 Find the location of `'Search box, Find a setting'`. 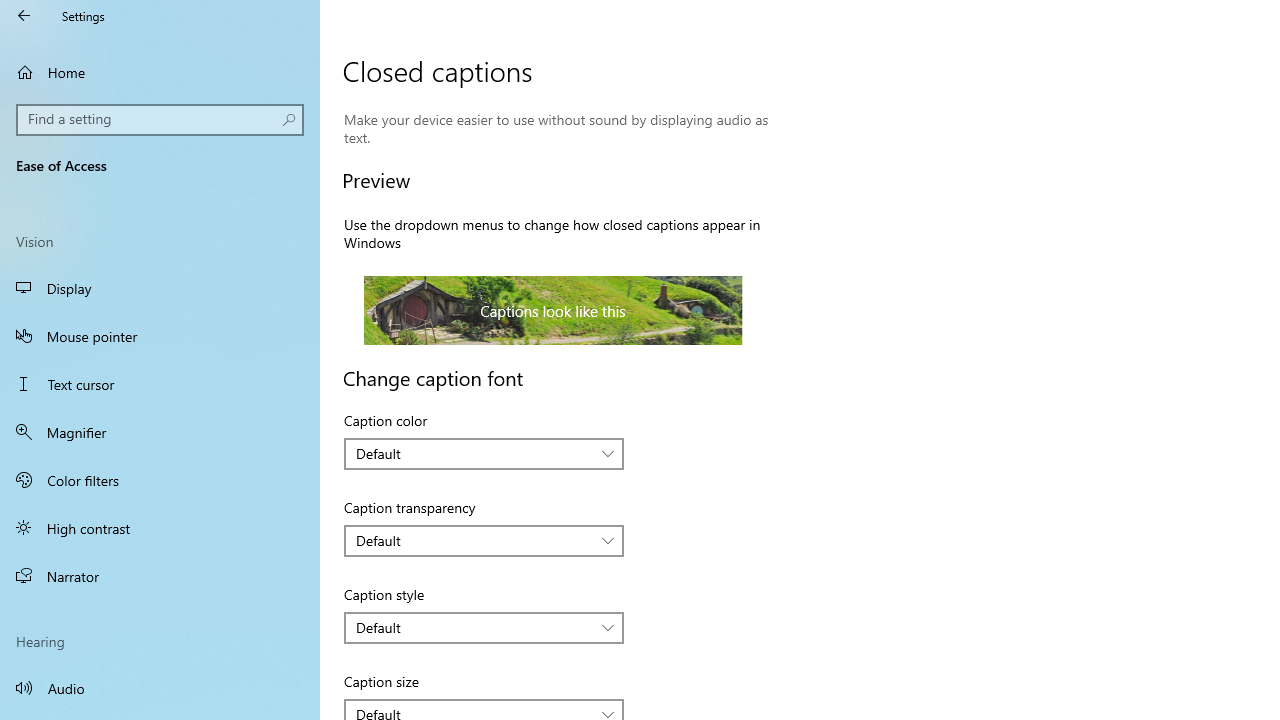

'Search box, Find a setting' is located at coordinates (160, 119).